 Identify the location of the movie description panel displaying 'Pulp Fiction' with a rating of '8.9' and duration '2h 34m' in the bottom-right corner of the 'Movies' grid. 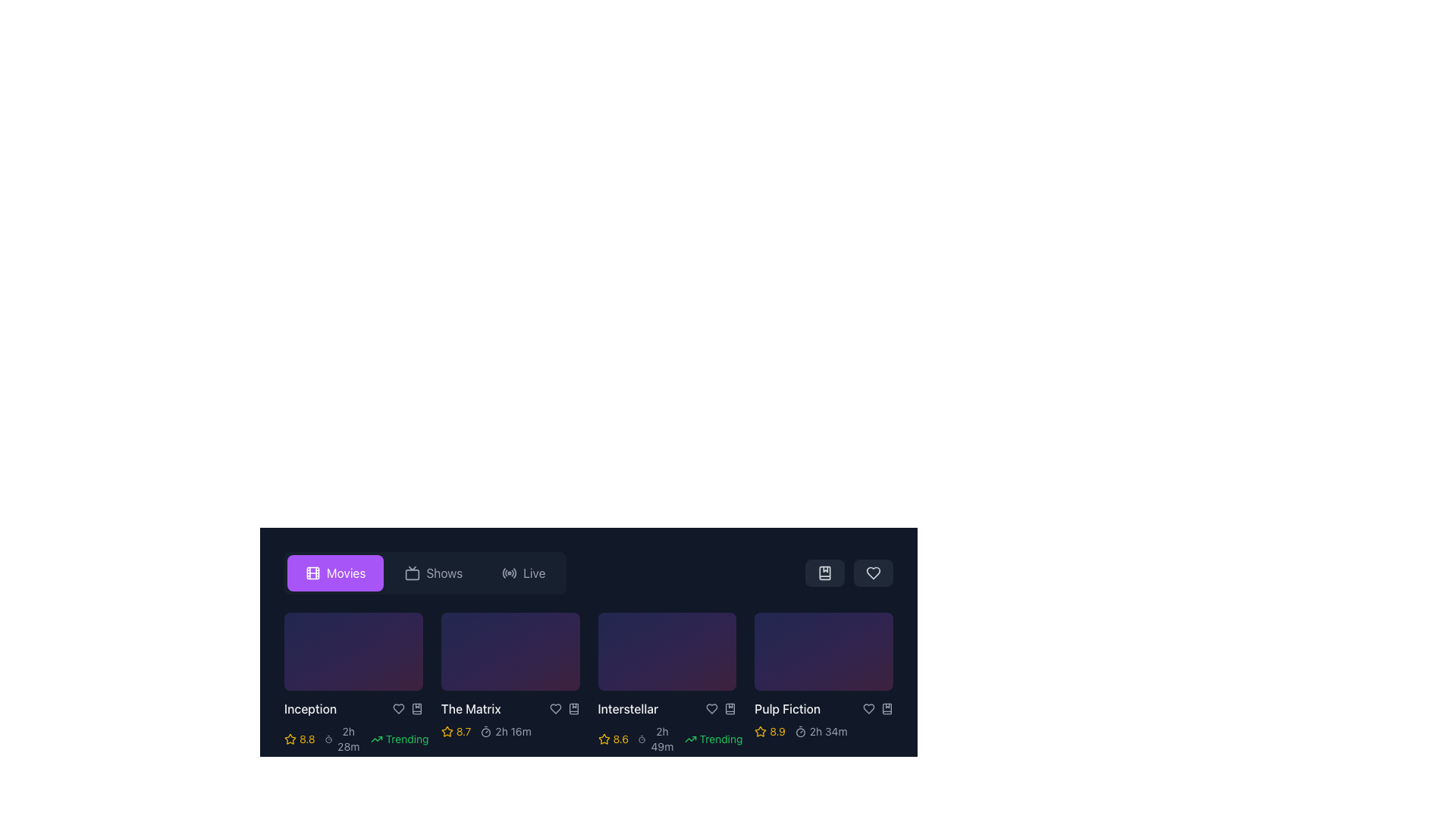
(823, 718).